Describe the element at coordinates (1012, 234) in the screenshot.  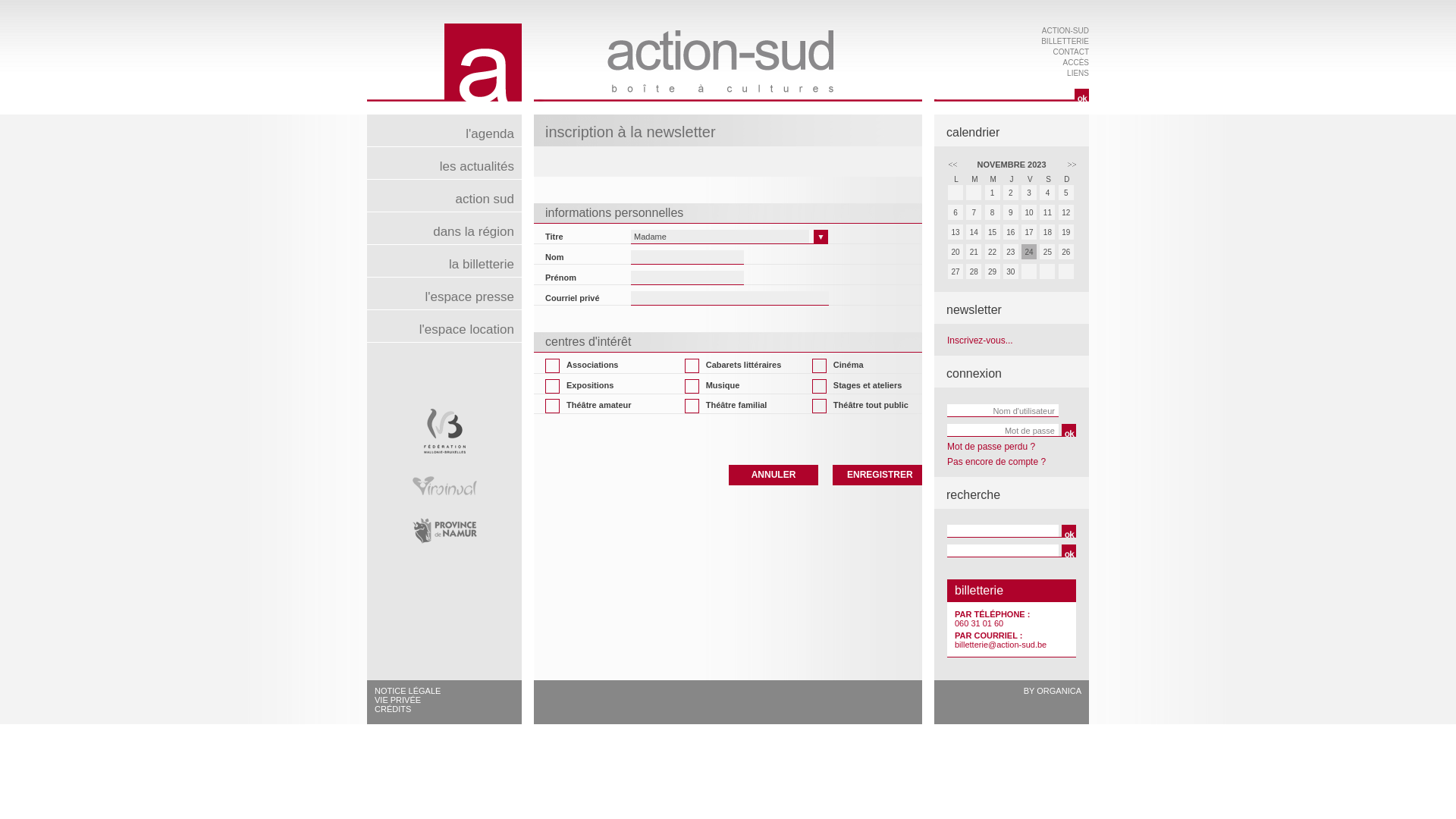
I see `'16'` at that location.